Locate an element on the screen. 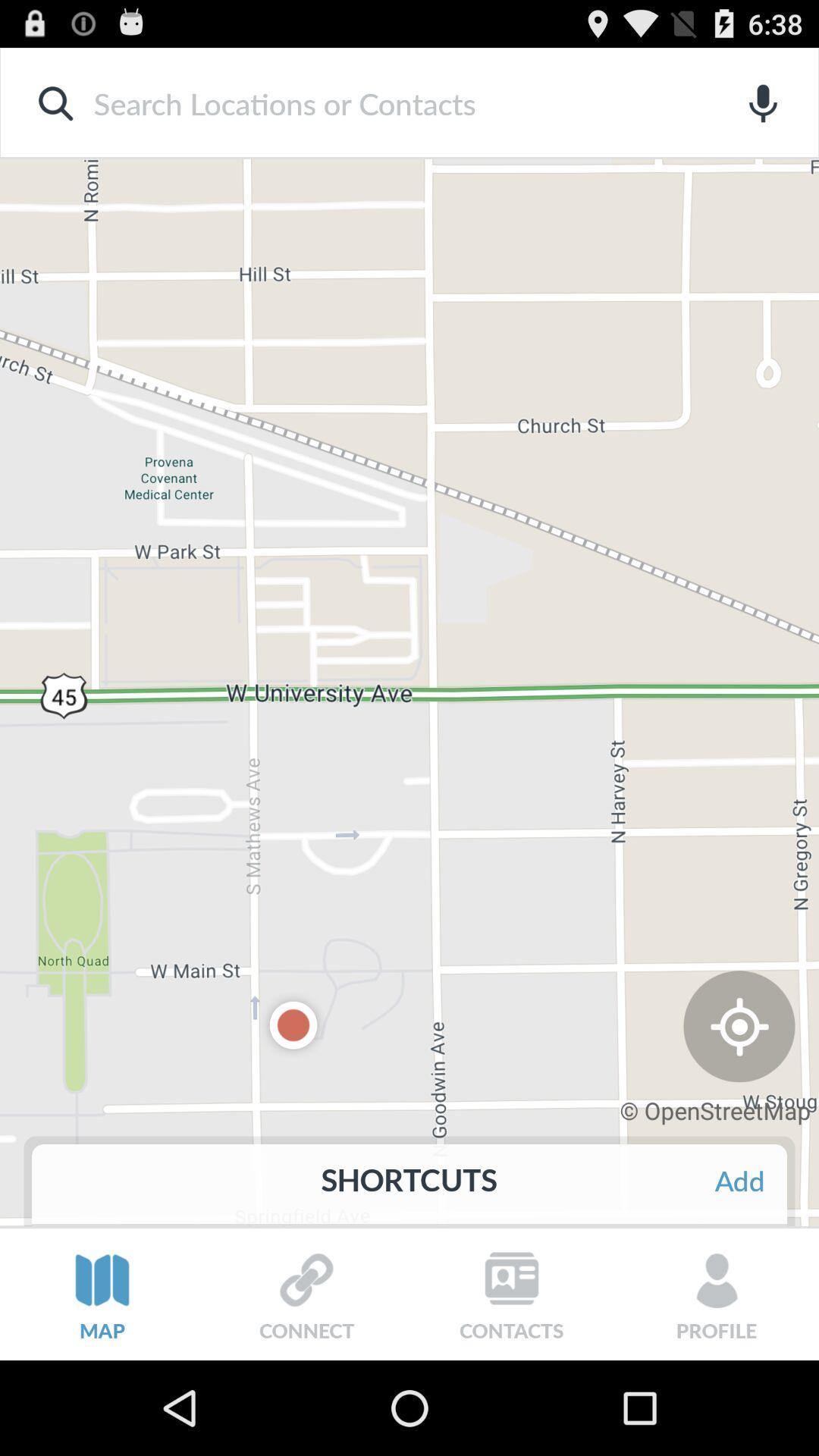 This screenshot has height=1456, width=819. the microphone icon is located at coordinates (763, 110).